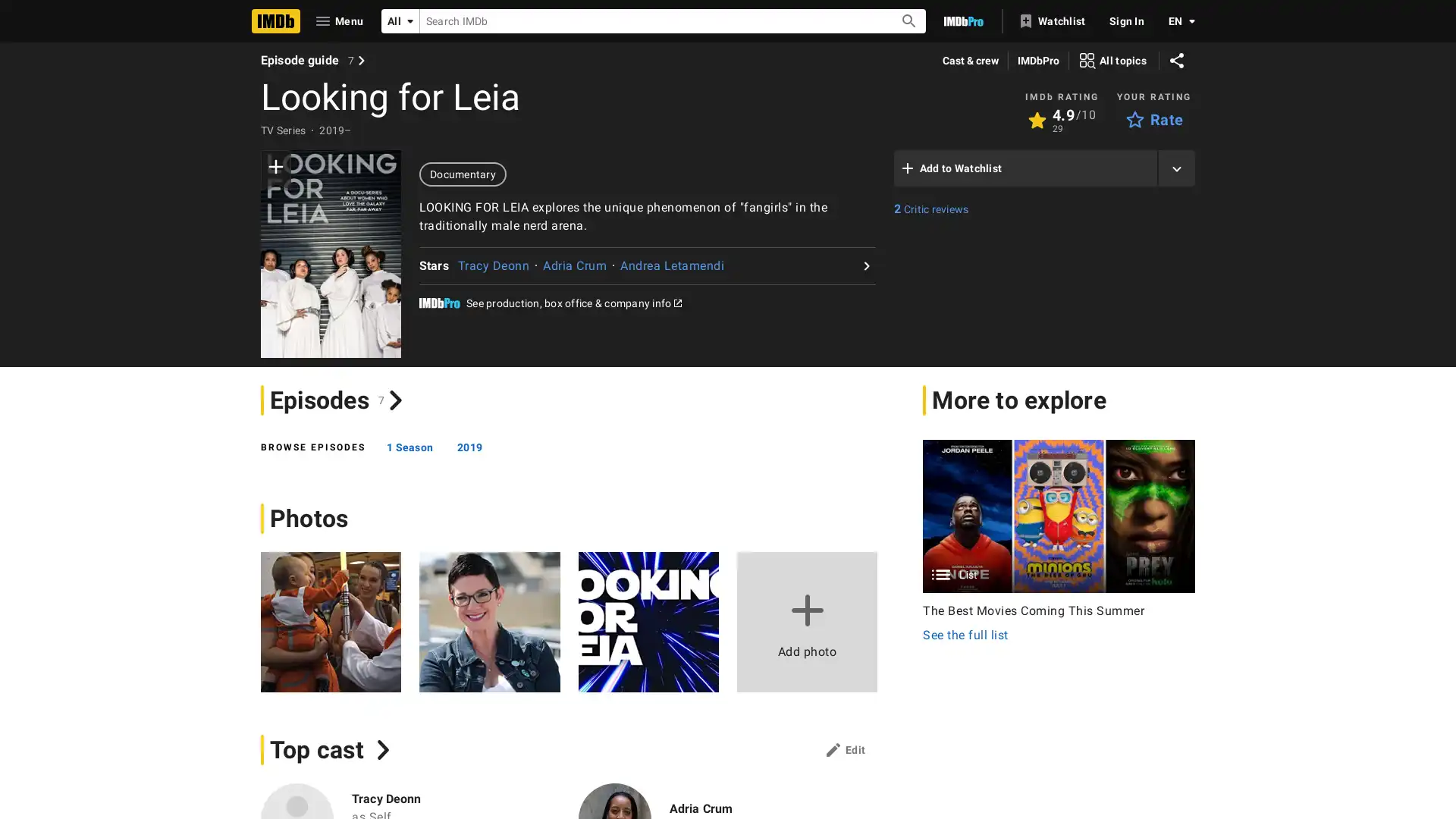 This screenshot has height=819, width=1456. Describe the element at coordinates (1052, 20) in the screenshot. I see `Watchlist` at that location.